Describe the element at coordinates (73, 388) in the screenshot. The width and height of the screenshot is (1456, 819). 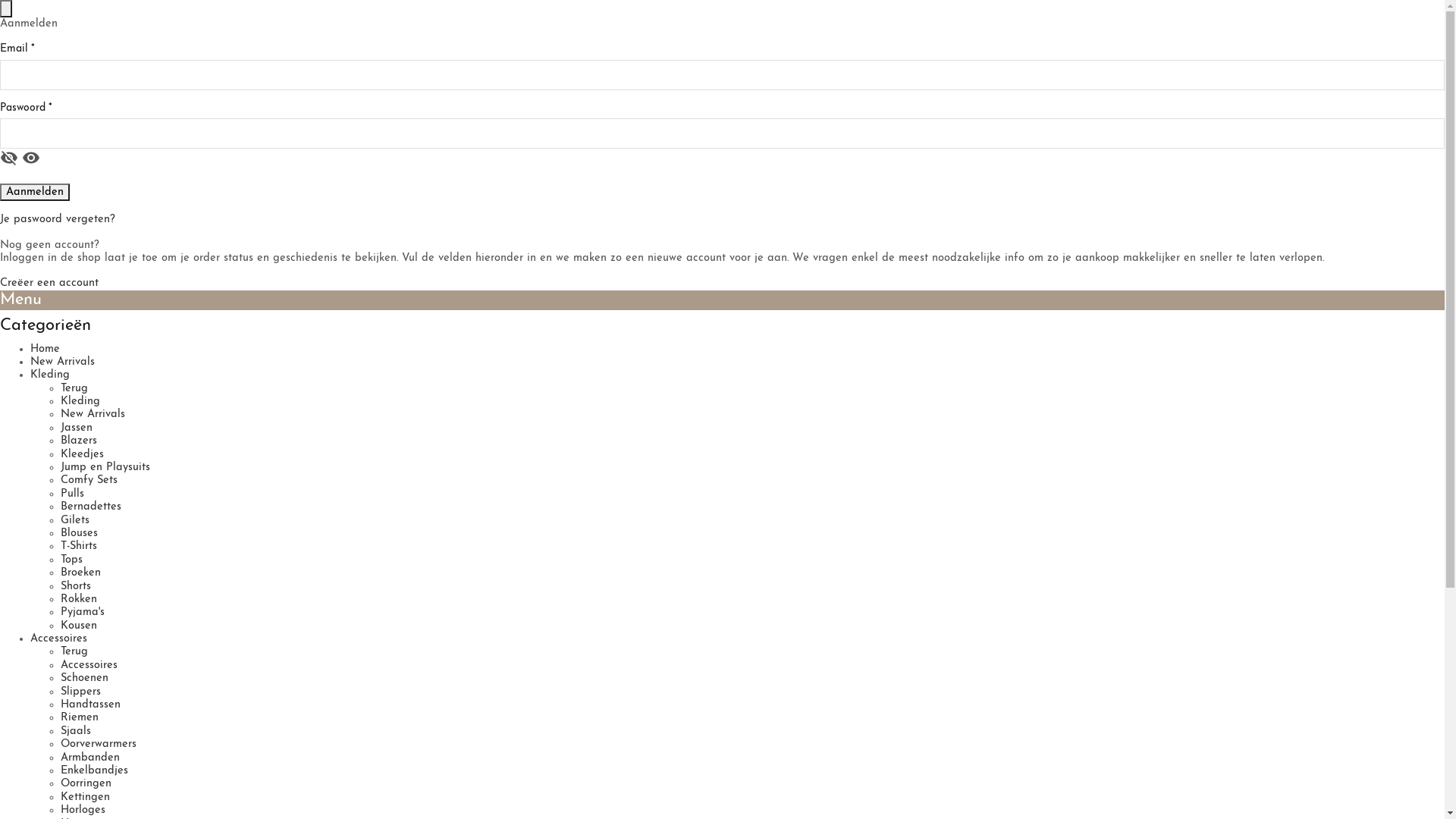
I see `'Terug'` at that location.